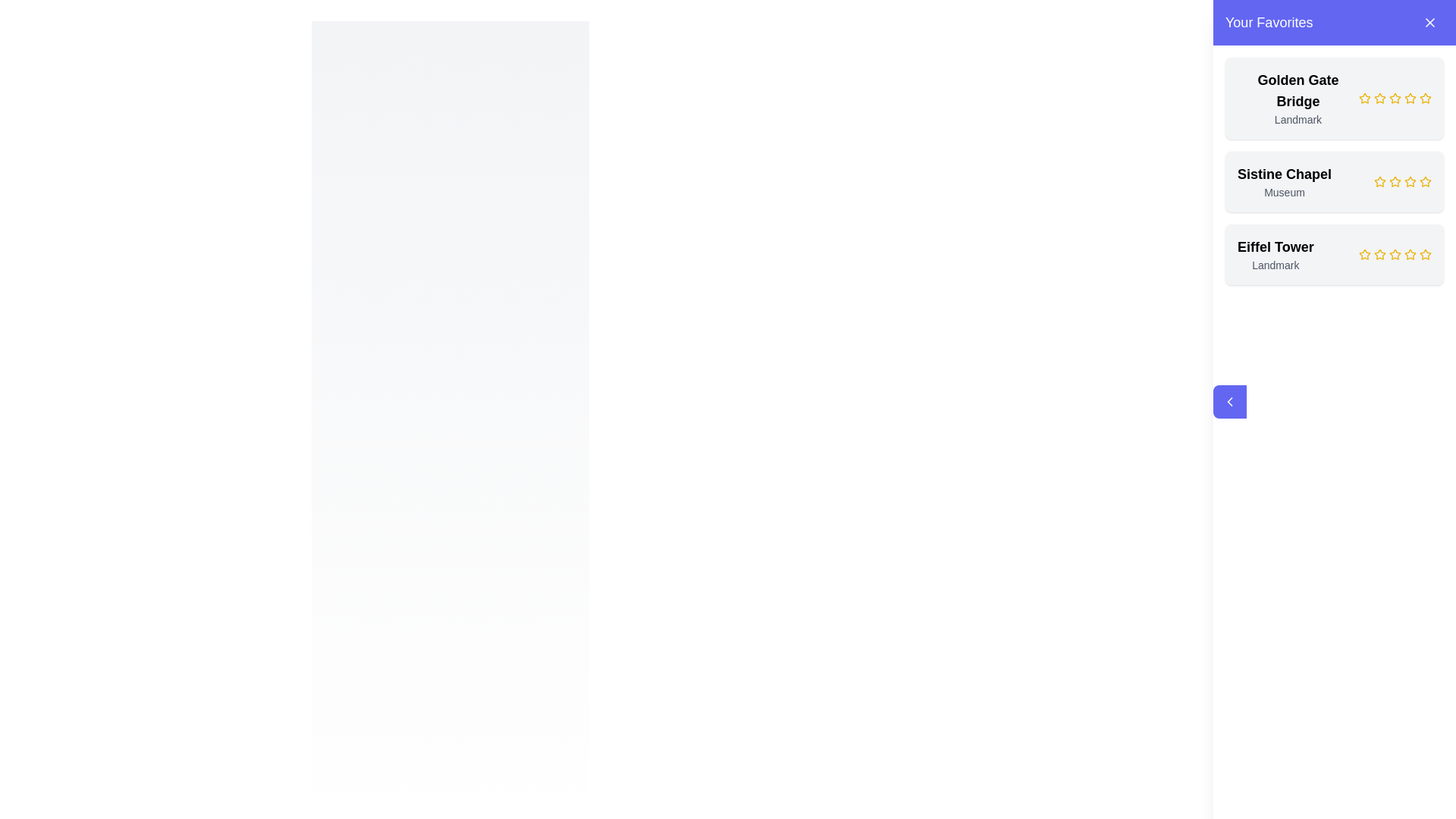  Describe the element at coordinates (1410, 253) in the screenshot. I see `the fifth star-shaped yellow rating icon in the 'Your Favorites' section corresponding to 'Eiffel Tower'` at that location.